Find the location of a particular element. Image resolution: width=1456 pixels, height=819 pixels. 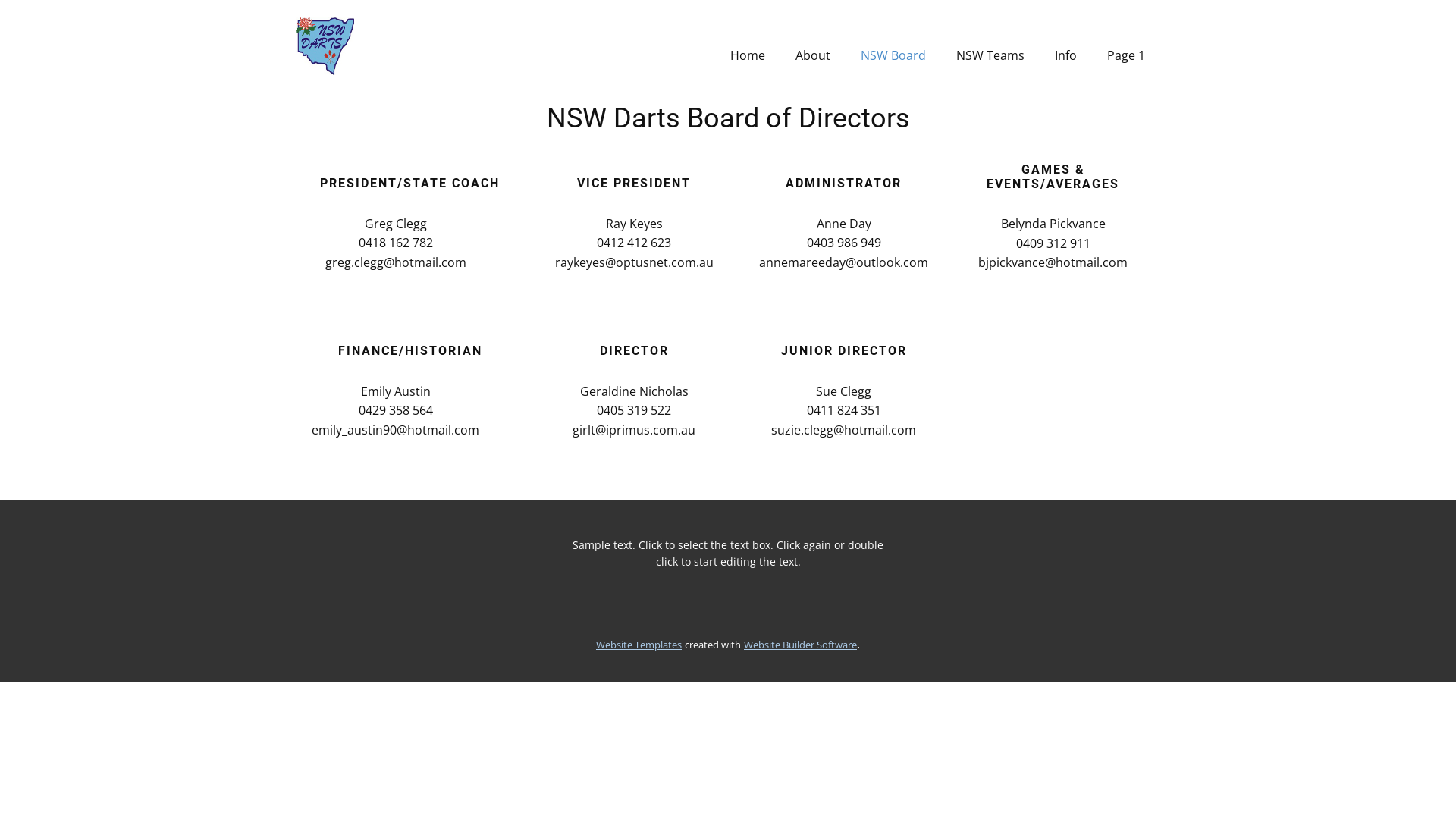

'About' is located at coordinates (811, 55).